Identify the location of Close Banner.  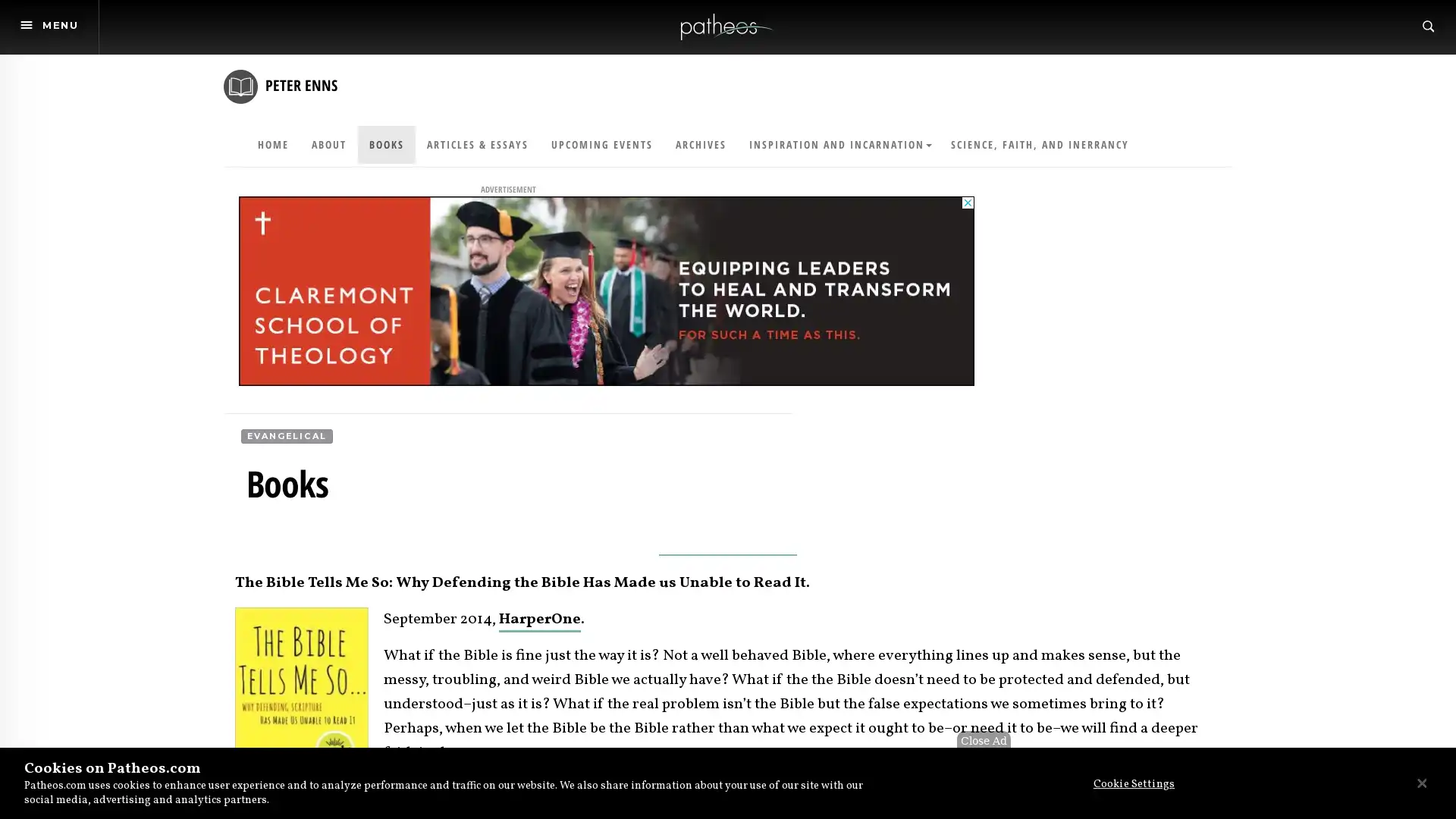
(1420, 783).